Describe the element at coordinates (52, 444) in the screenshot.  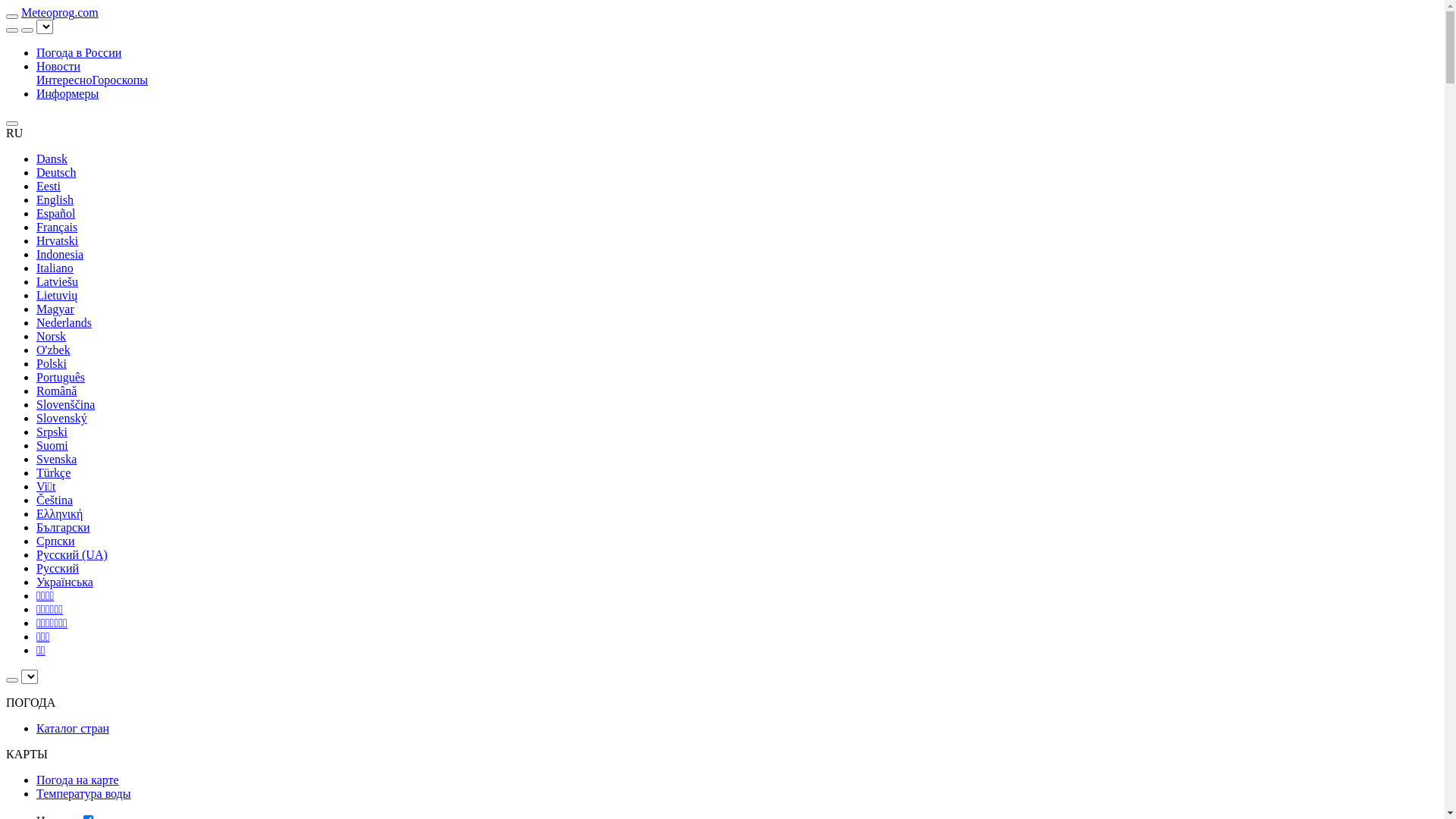
I see `'Suomi'` at that location.